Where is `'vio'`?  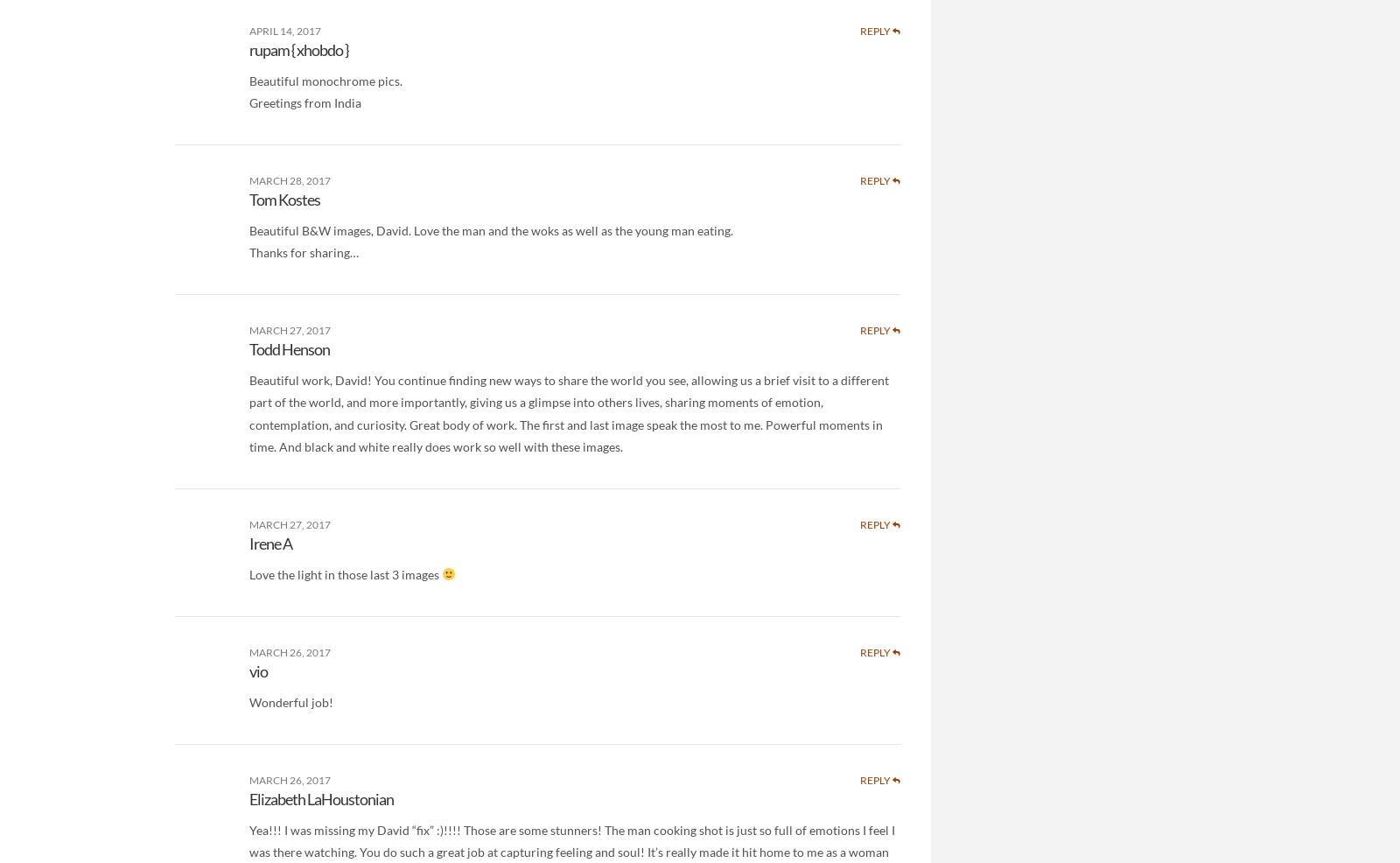
'vio' is located at coordinates (248, 671).